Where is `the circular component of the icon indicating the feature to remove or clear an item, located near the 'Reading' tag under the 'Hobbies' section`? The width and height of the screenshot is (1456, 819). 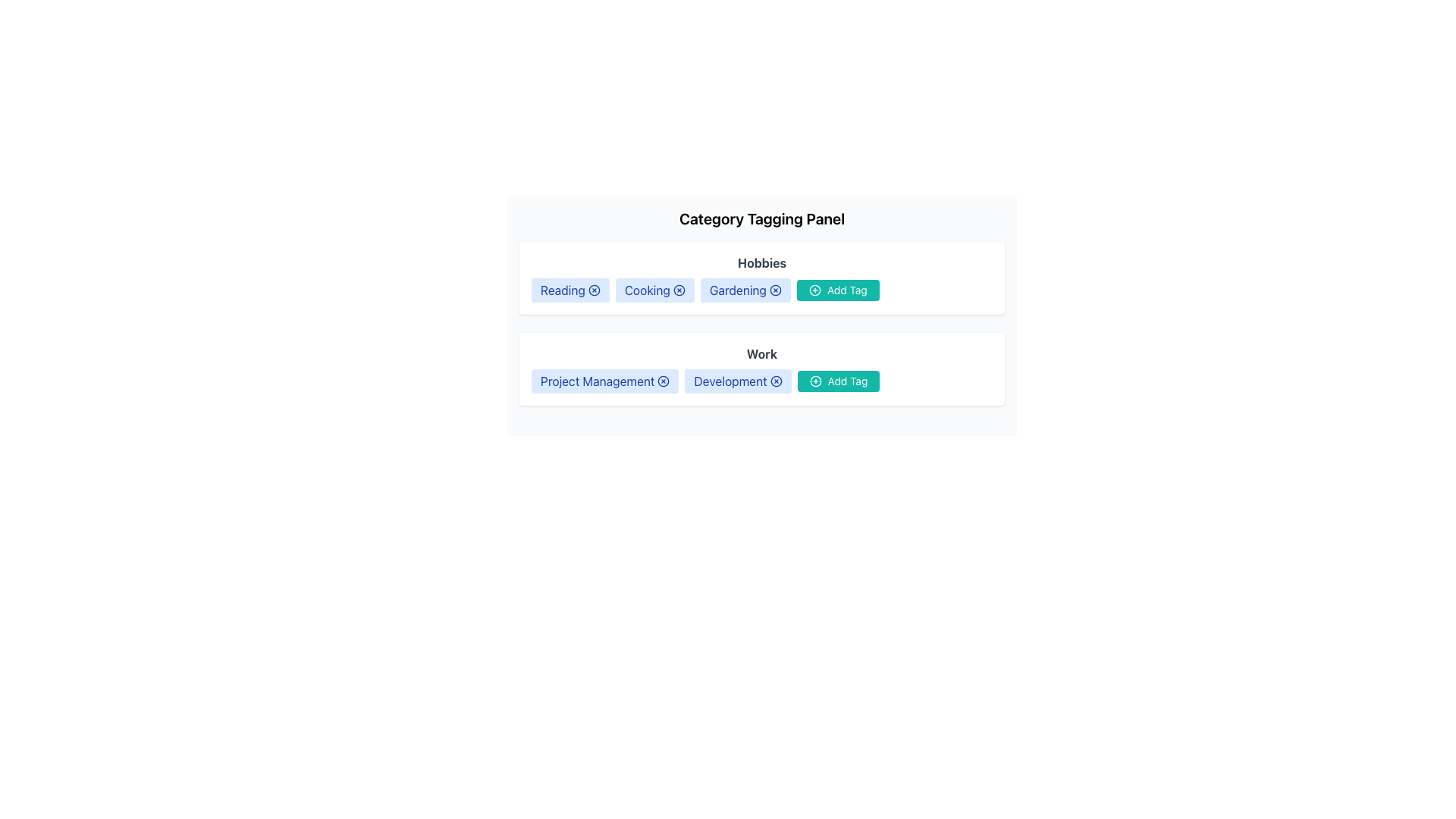
the circular component of the icon indicating the feature to remove or clear an item, located near the 'Reading' tag under the 'Hobbies' section is located at coordinates (593, 290).